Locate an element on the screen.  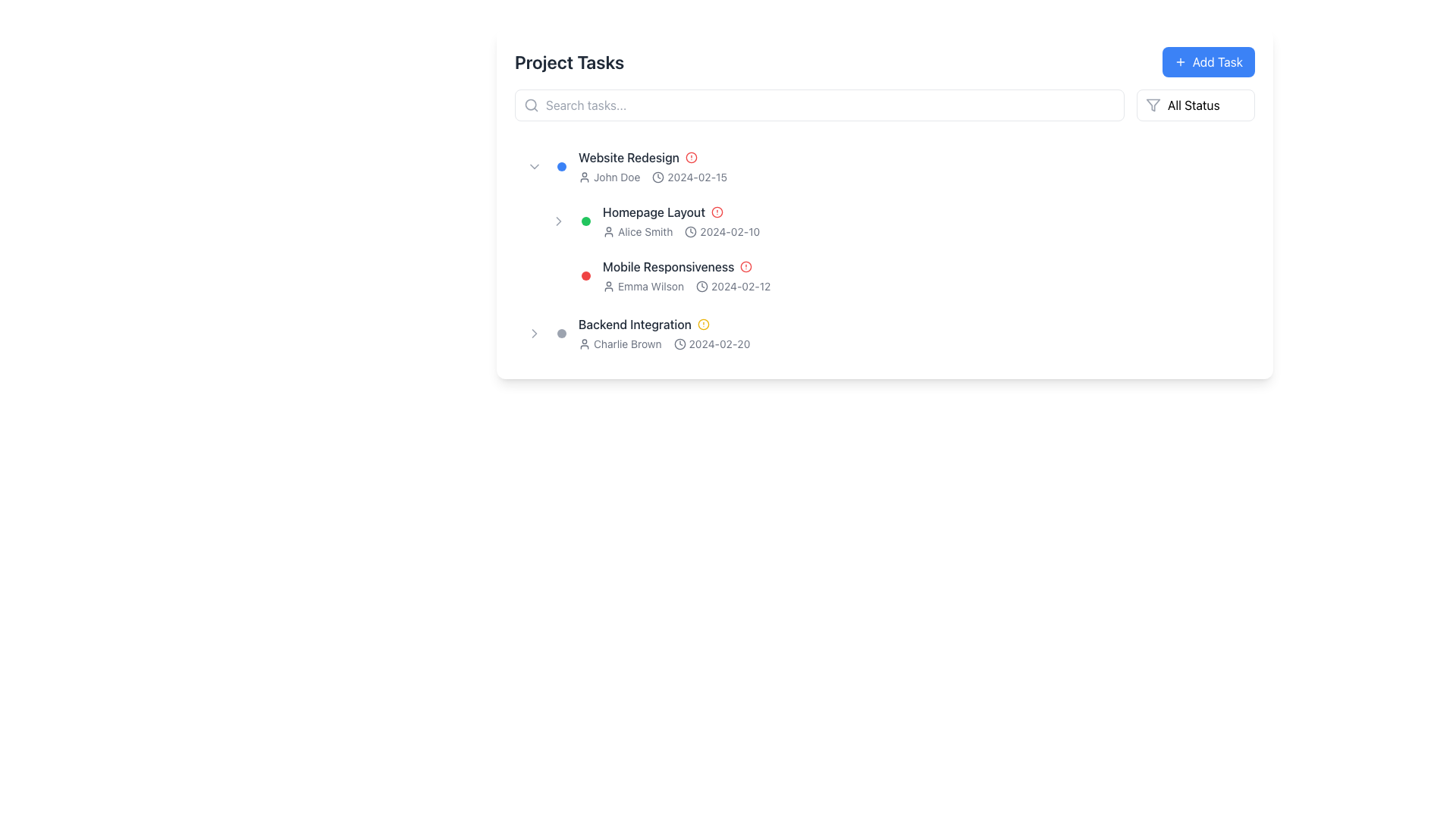
the text label displaying the user name 'Alice Smith' associated with the task 'Homepage Layout', located to the right of the user icon and before the task date is located at coordinates (645, 231).